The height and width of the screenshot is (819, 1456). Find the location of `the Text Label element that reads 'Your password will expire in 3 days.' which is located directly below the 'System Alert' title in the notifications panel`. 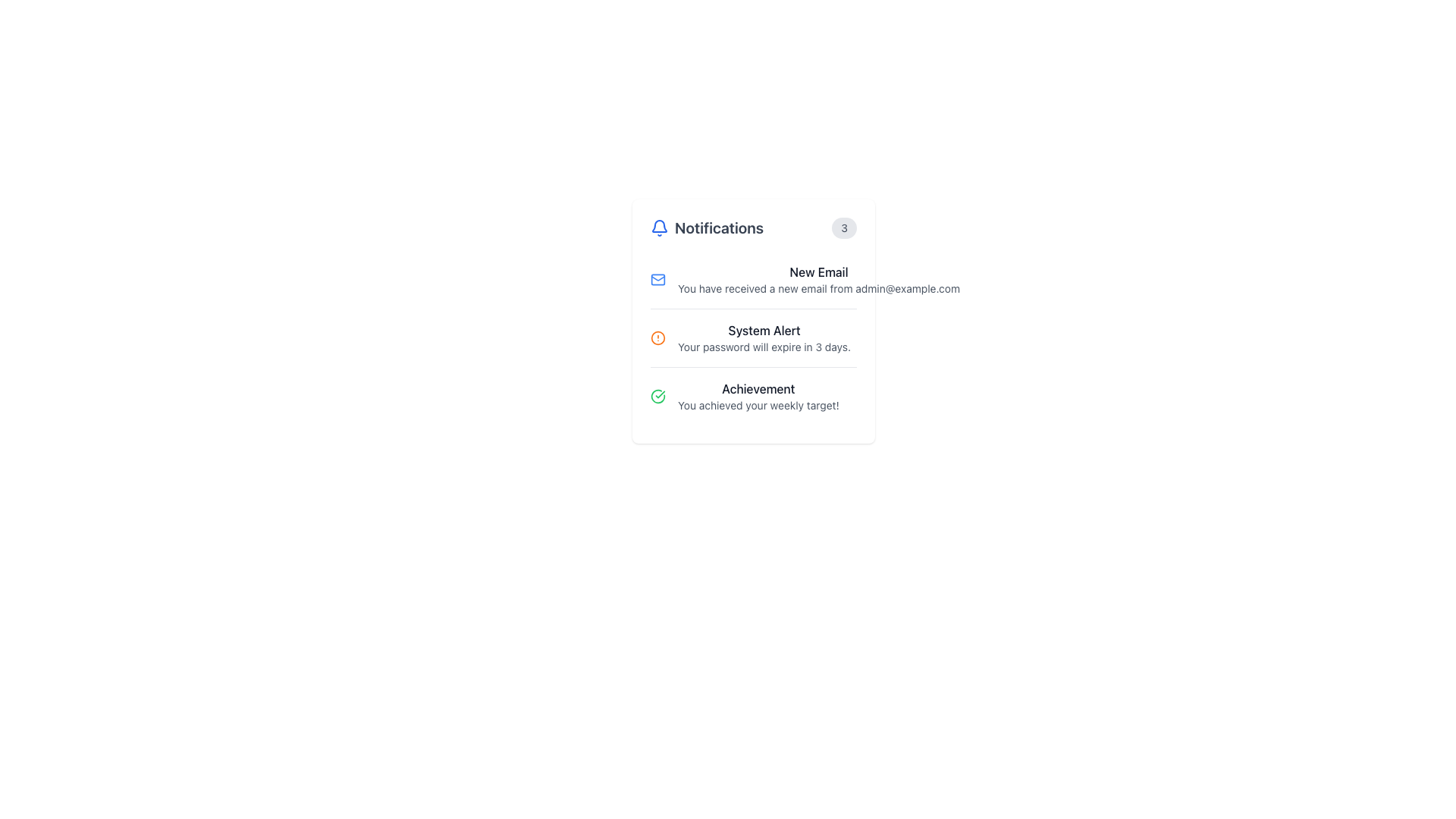

the Text Label element that reads 'Your password will expire in 3 days.' which is located directly below the 'System Alert' title in the notifications panel is located at coordinates (764, 347).